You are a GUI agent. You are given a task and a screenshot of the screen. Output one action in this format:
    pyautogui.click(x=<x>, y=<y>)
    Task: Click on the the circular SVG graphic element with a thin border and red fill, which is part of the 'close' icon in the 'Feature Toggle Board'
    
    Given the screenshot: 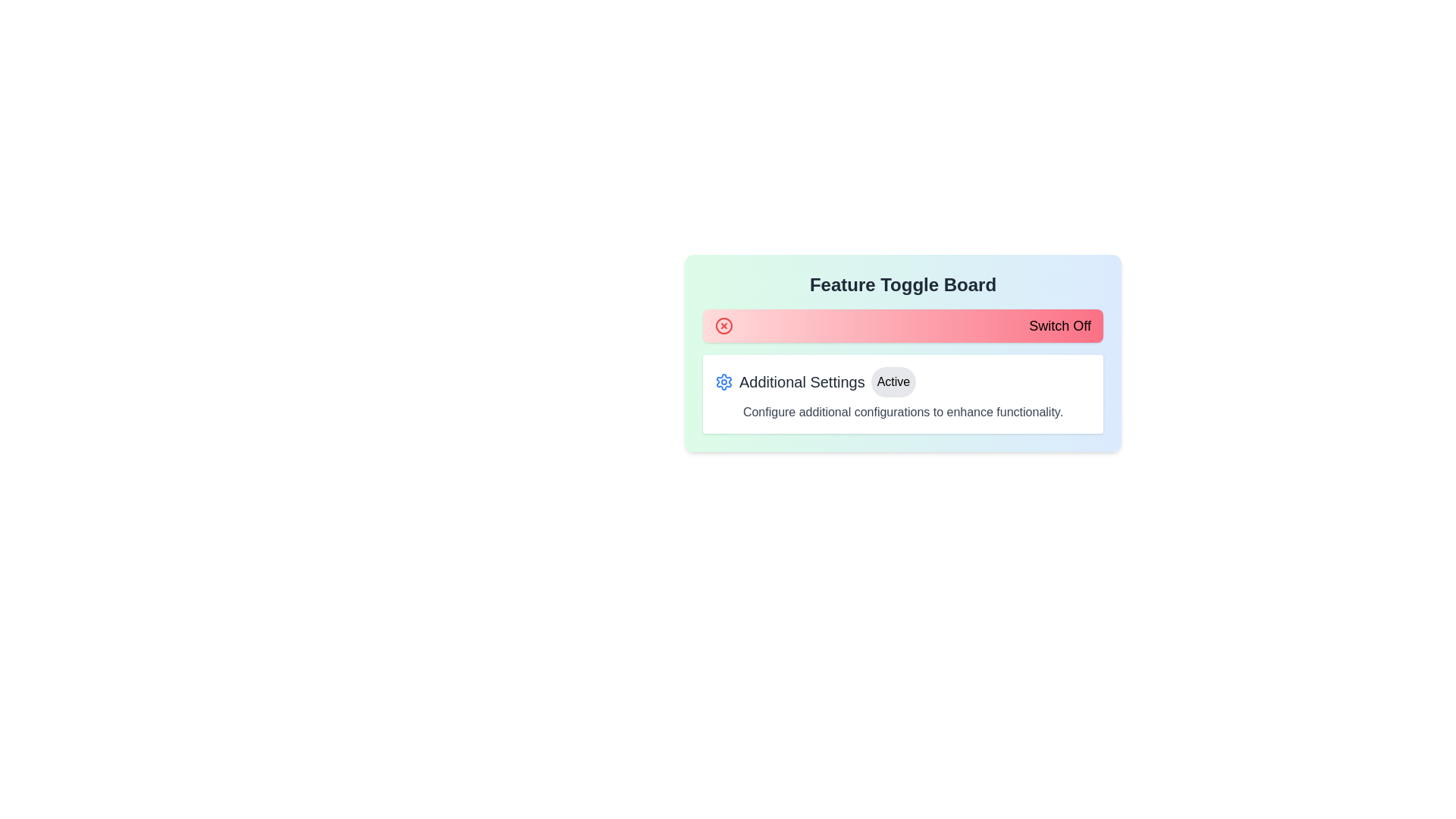 What is the action you would take?
    pyautogui.click(x=723, y=325)
    